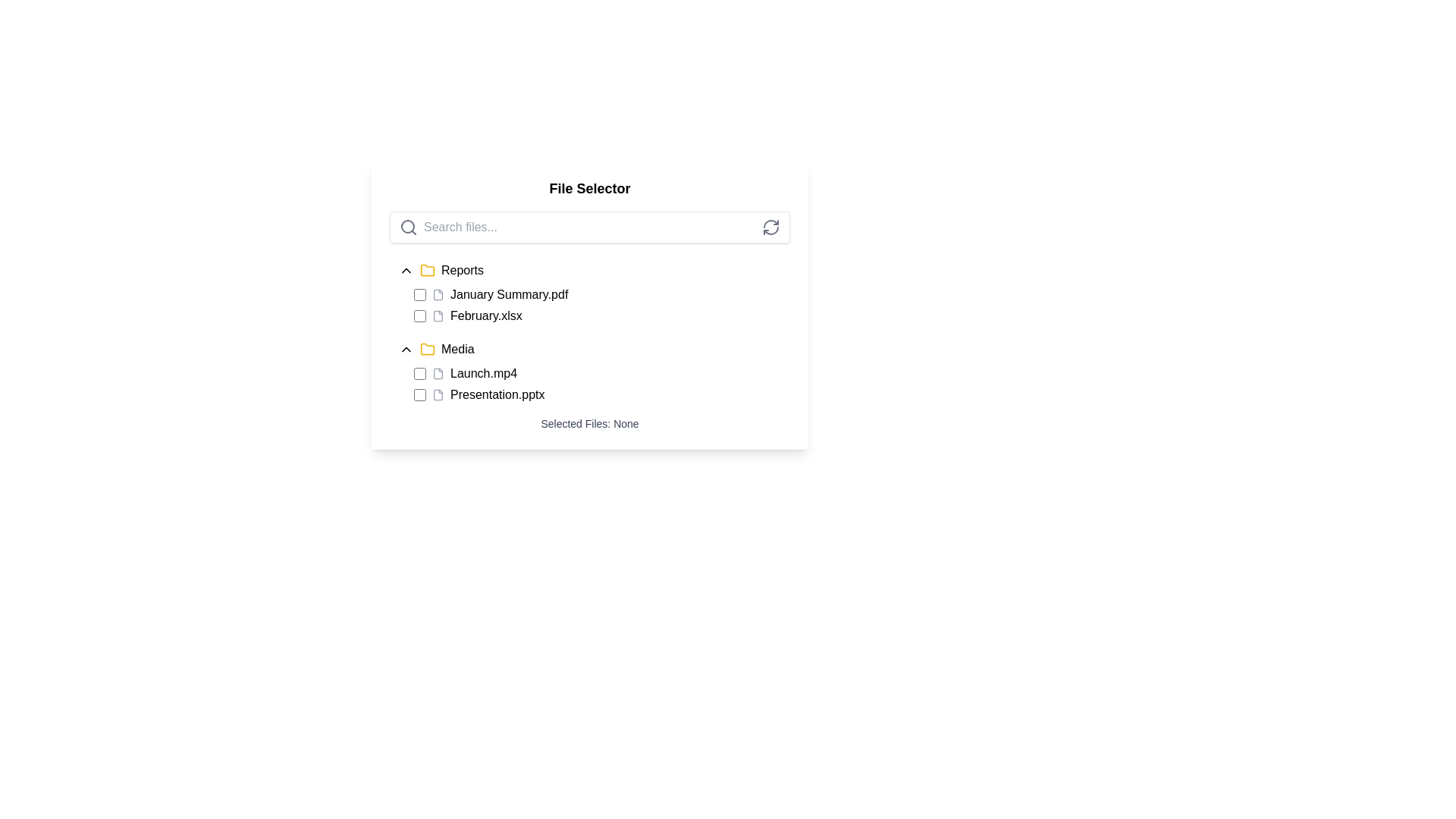 The image size is (1456, 819). I want to click on the checkbox for the file 'Presentation.pptx', so click(419, 394).